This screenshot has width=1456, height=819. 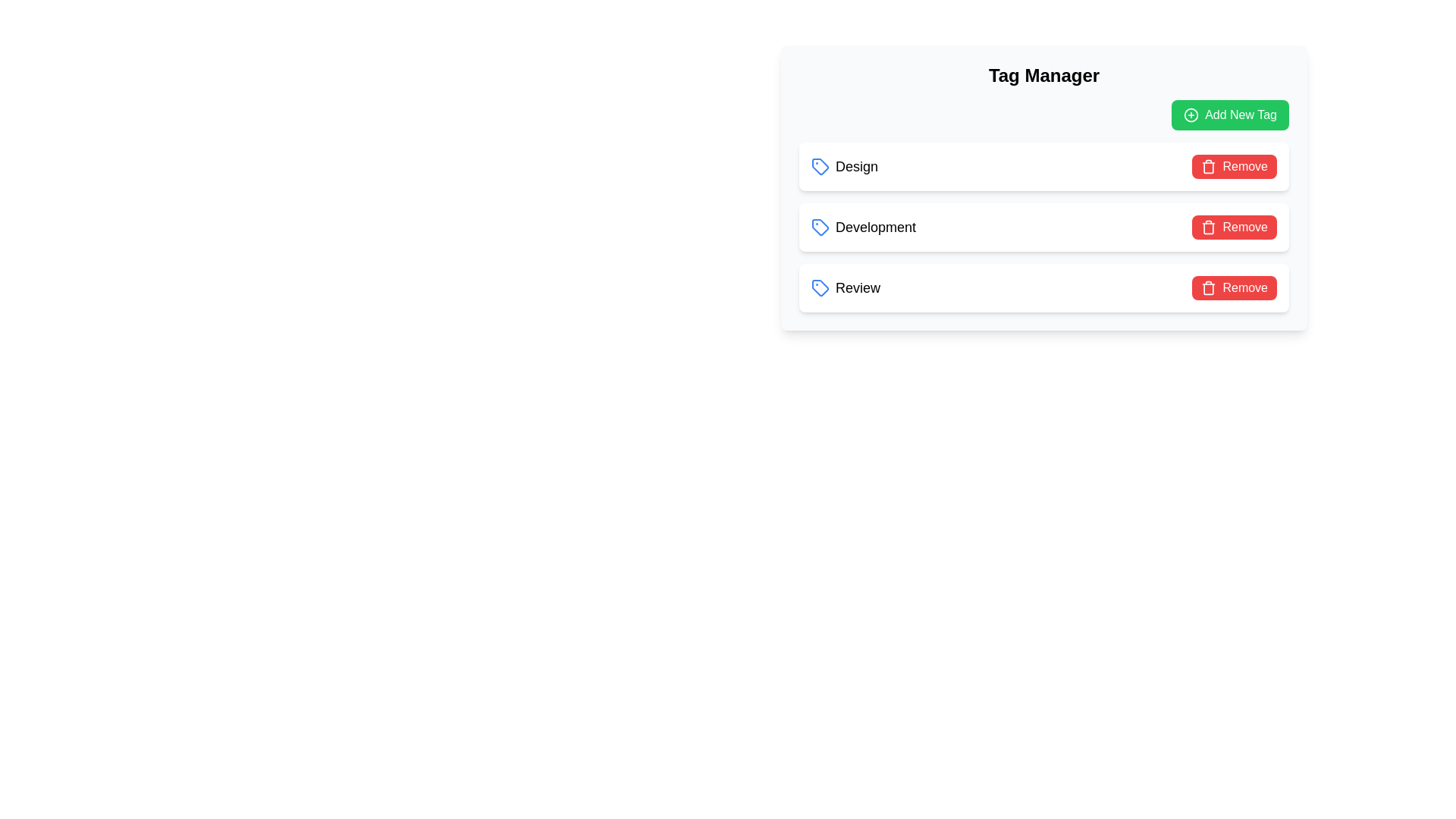 What do you see at coordinates (1191, 114) in the screenshot?
I see `the circular element with a black outline and white background, part of the 'circle-plus' icon located to the right of the 'Add New Tag' button` at bounding box center [1191, 114].